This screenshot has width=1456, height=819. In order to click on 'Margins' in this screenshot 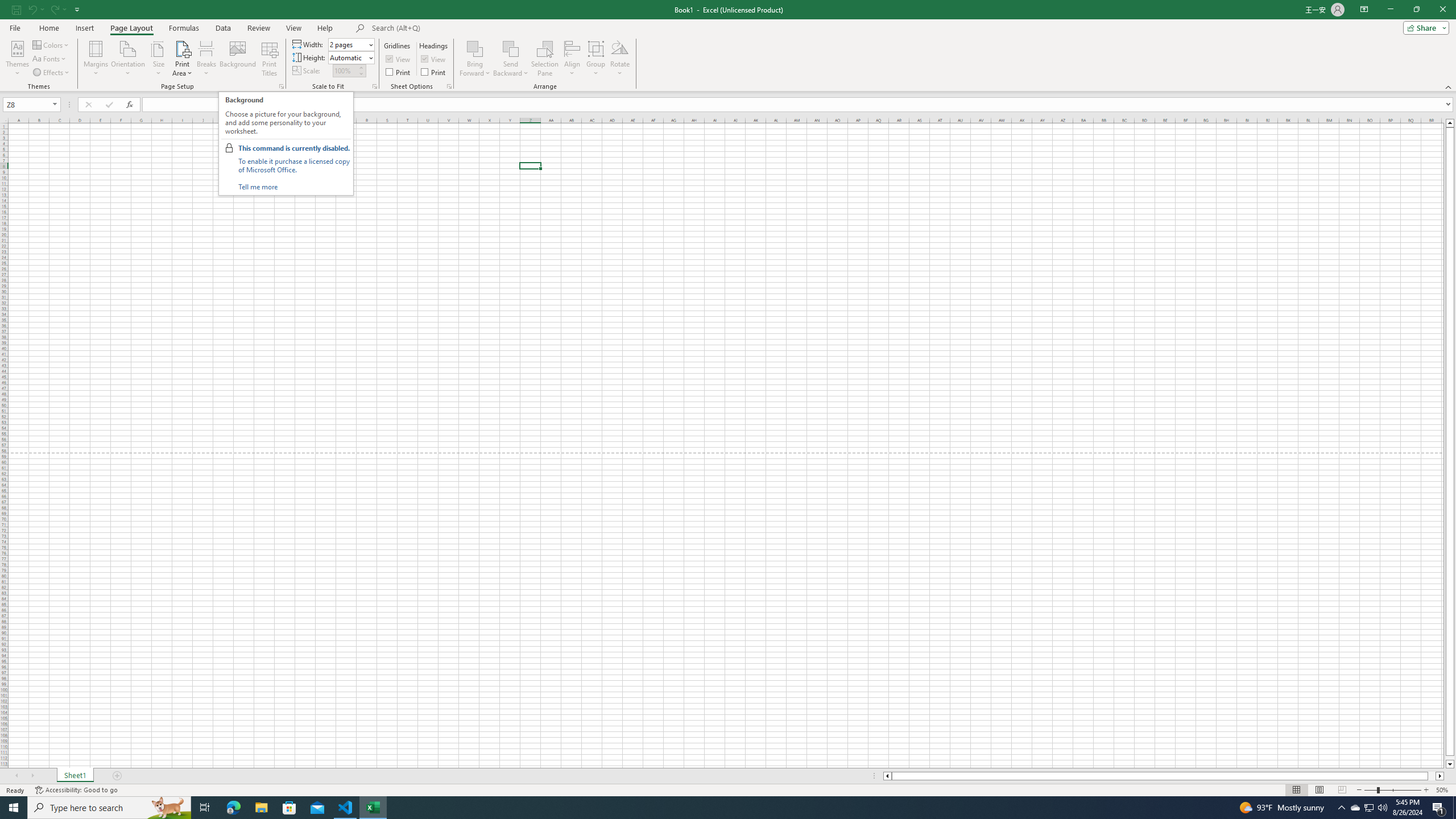, I will do `click(95, 59)`.